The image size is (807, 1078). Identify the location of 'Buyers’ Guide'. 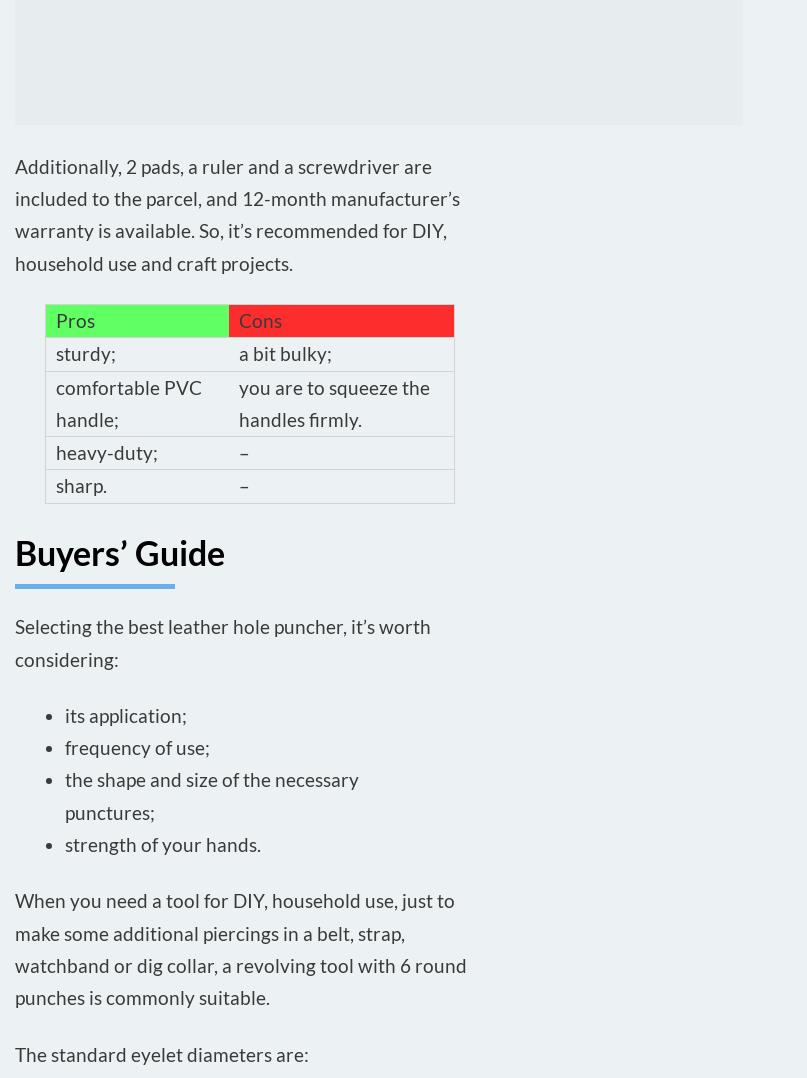
(119, 550).